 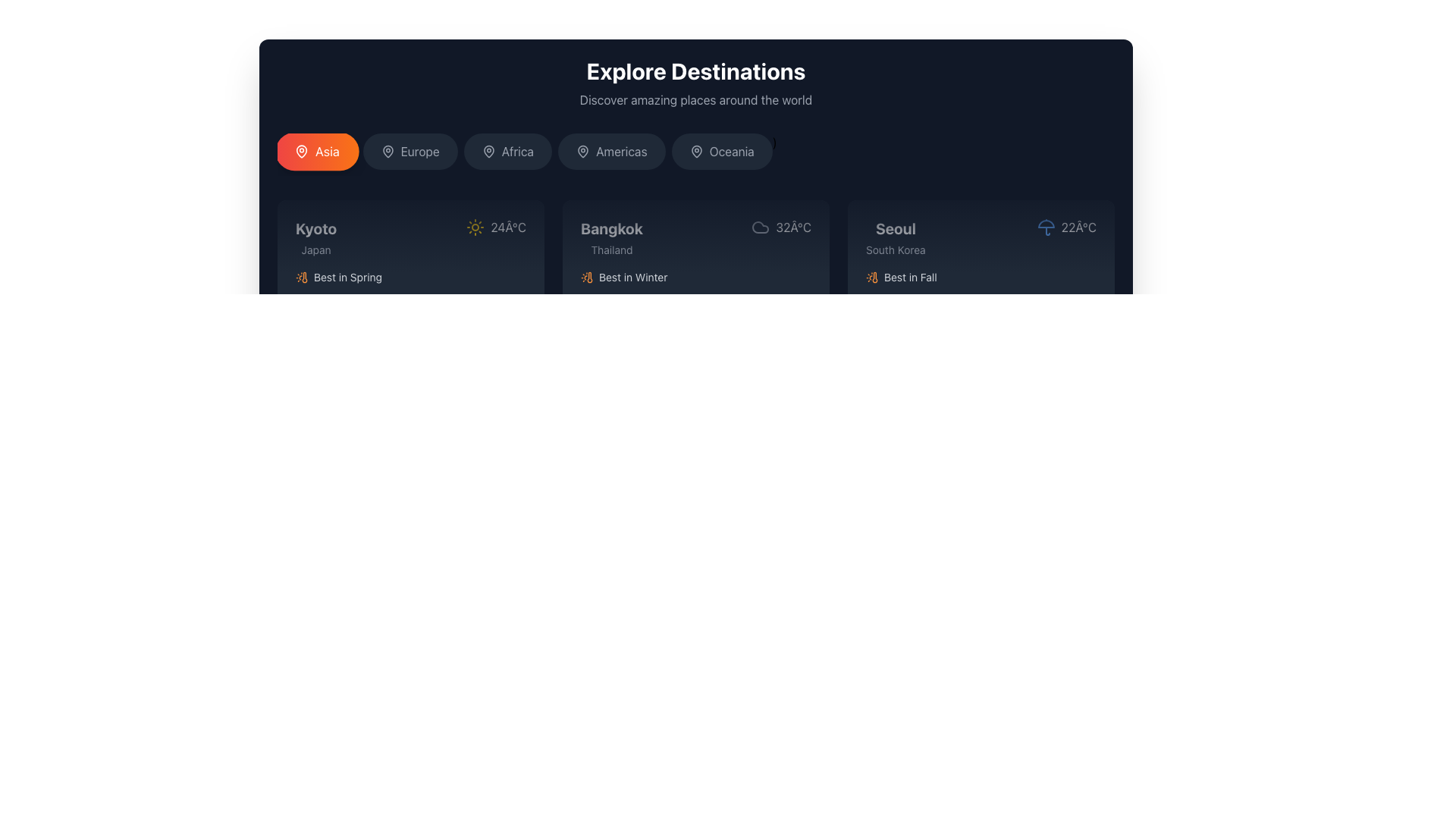 I want to click on text displayed as 'Kyoto' in bold, large font color white against a dark background, positioned at the top-left side of a card layout, so click(x=315, y=228).